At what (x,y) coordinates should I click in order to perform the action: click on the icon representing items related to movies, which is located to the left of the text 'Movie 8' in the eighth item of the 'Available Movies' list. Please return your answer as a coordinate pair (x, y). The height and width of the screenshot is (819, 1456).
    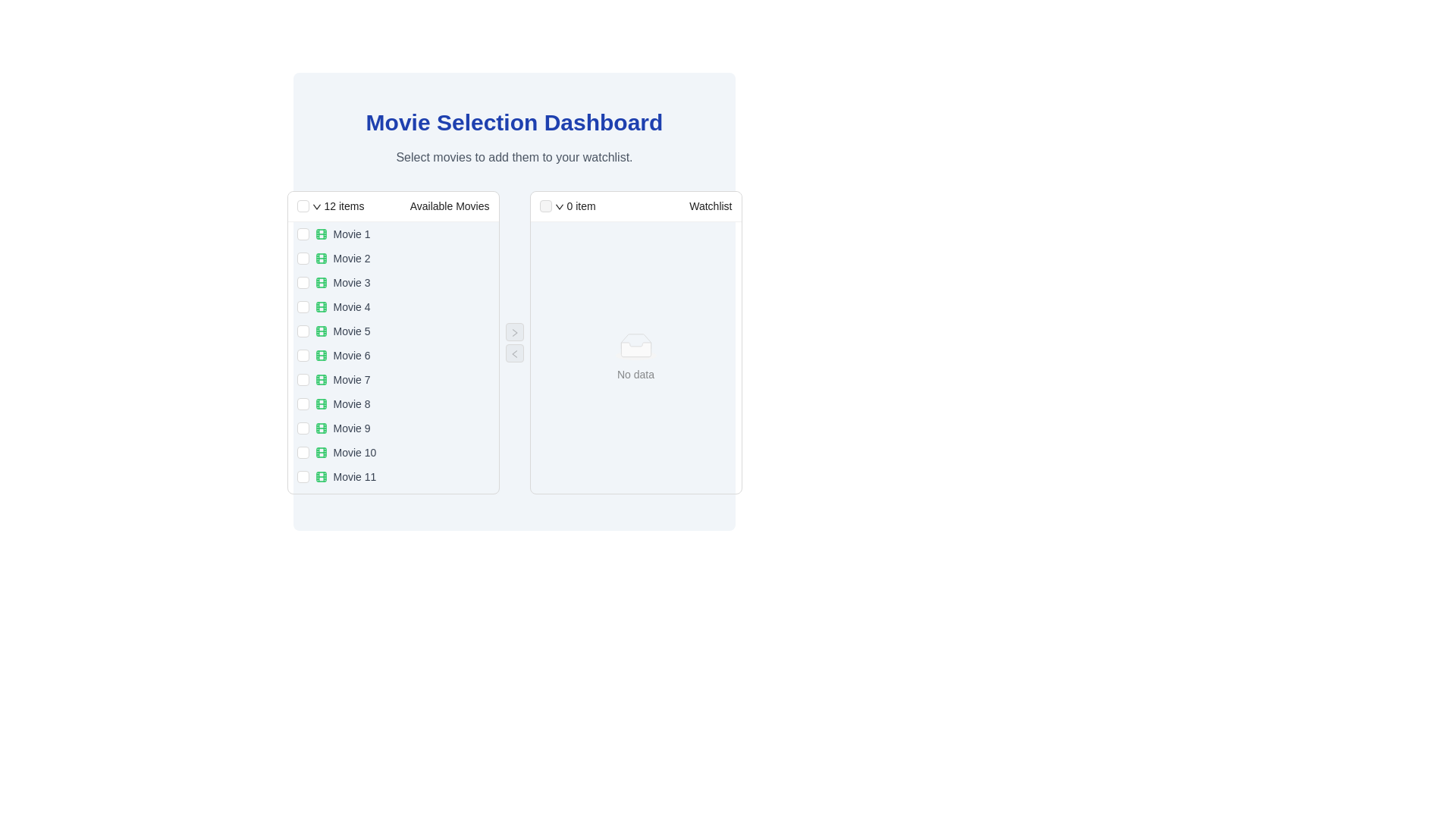
    Looking at the image, I should click on (320, 403).